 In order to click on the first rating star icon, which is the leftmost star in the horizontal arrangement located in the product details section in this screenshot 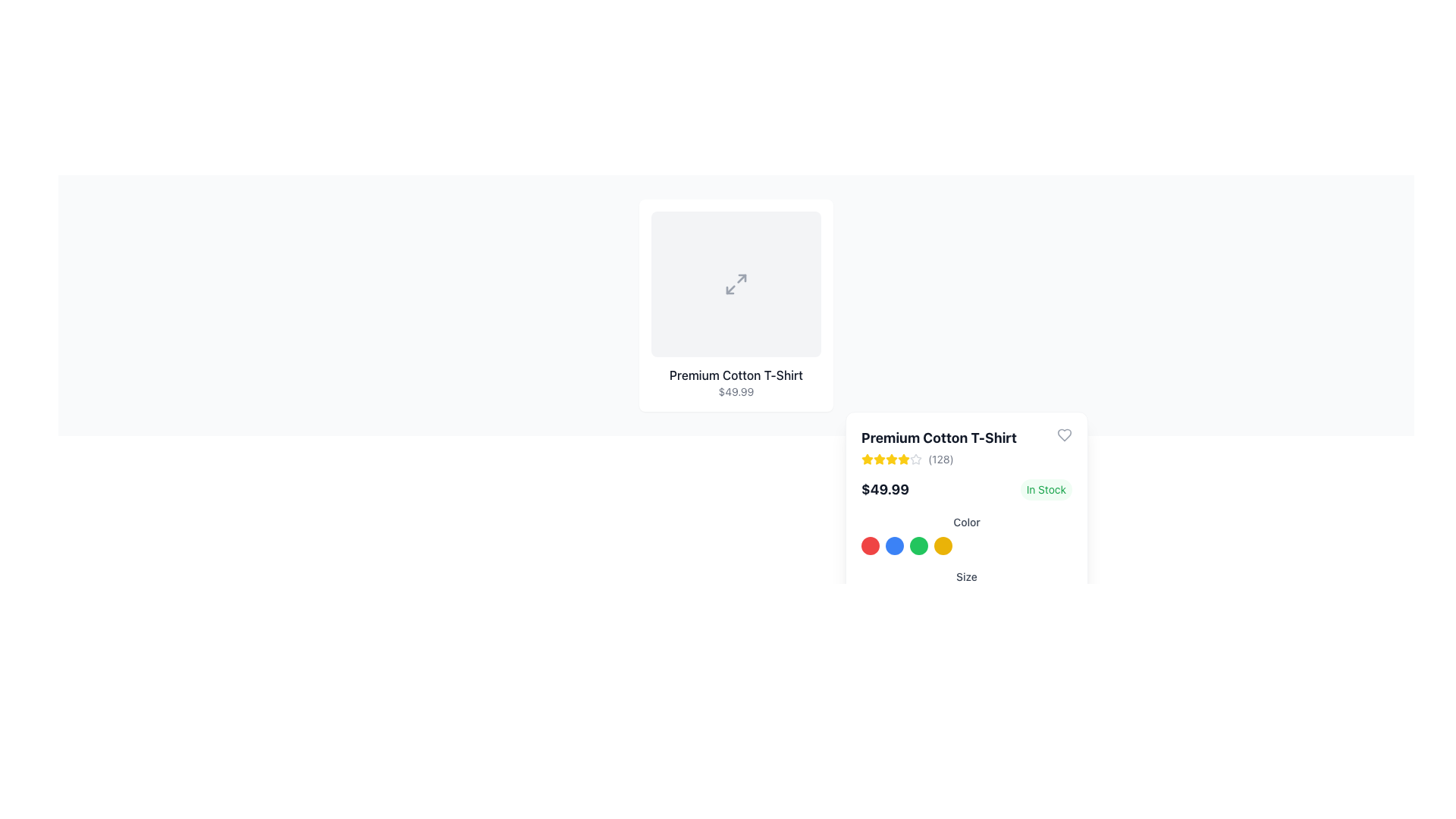, I will do `click(880, 458)`.